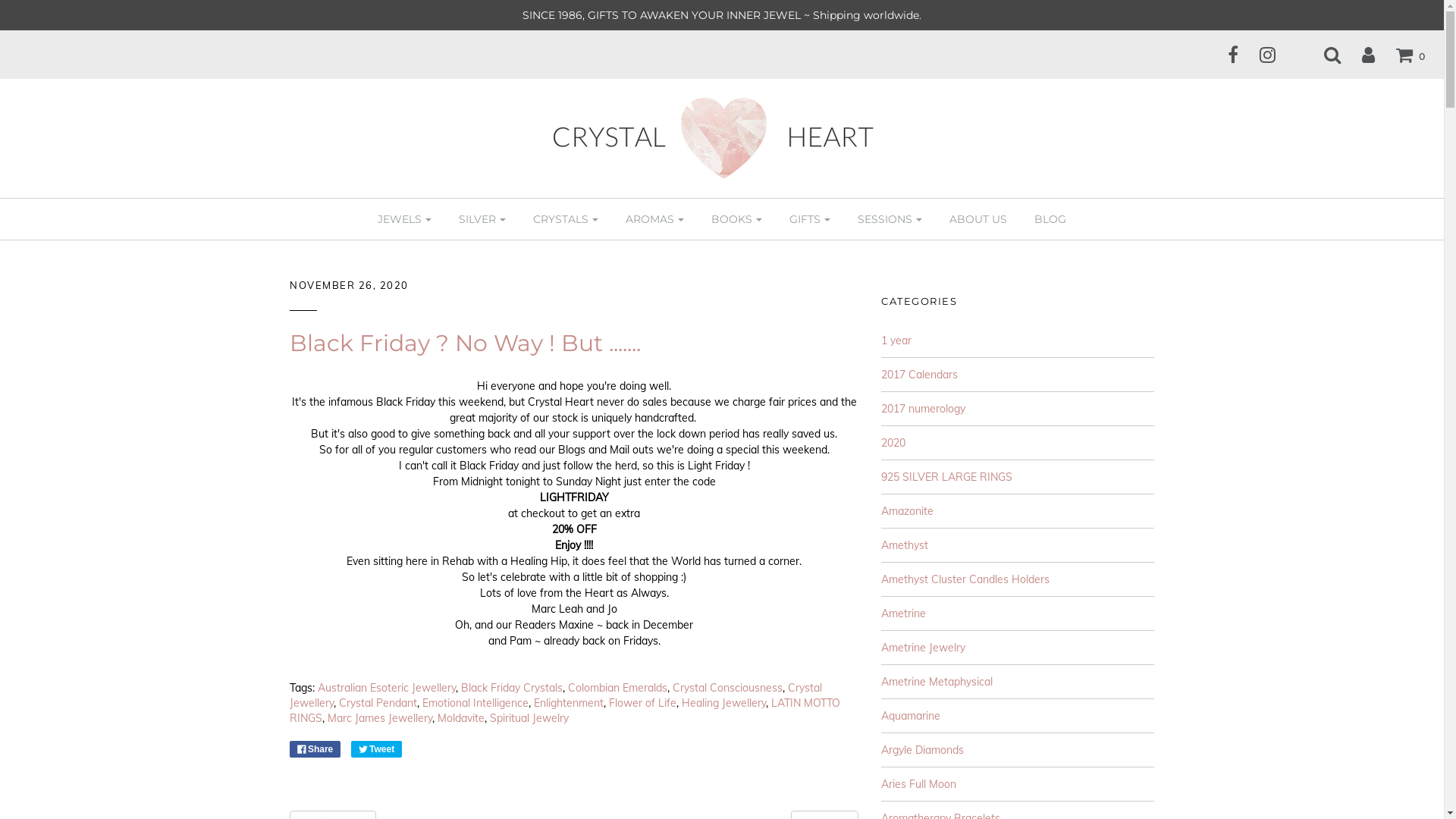  I want to click on 'ABOUT US', so click(978, 219).